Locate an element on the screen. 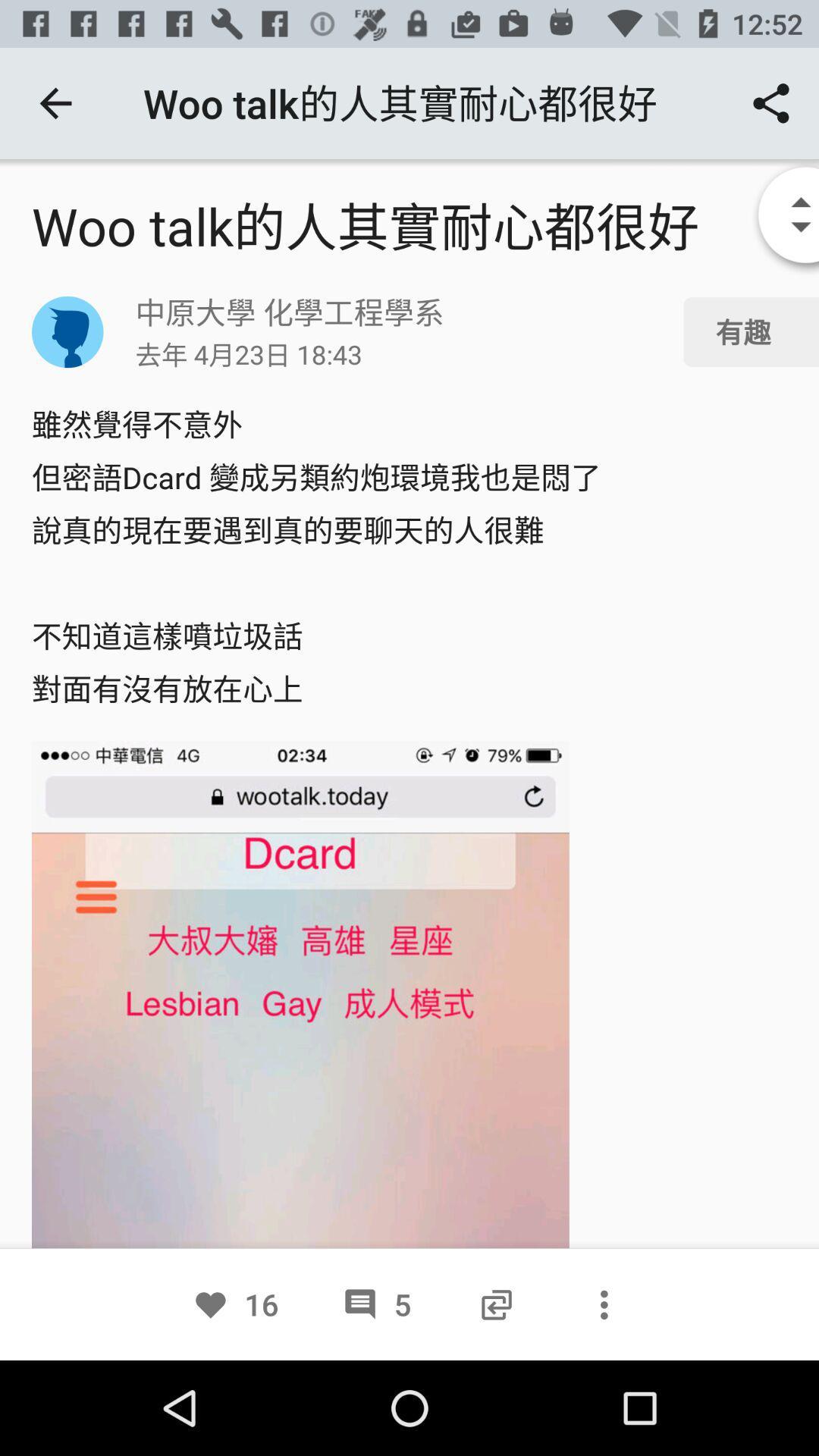 The image size is (819, 1456). the item at the bottom left corner is located at coordinates (235, 1304).